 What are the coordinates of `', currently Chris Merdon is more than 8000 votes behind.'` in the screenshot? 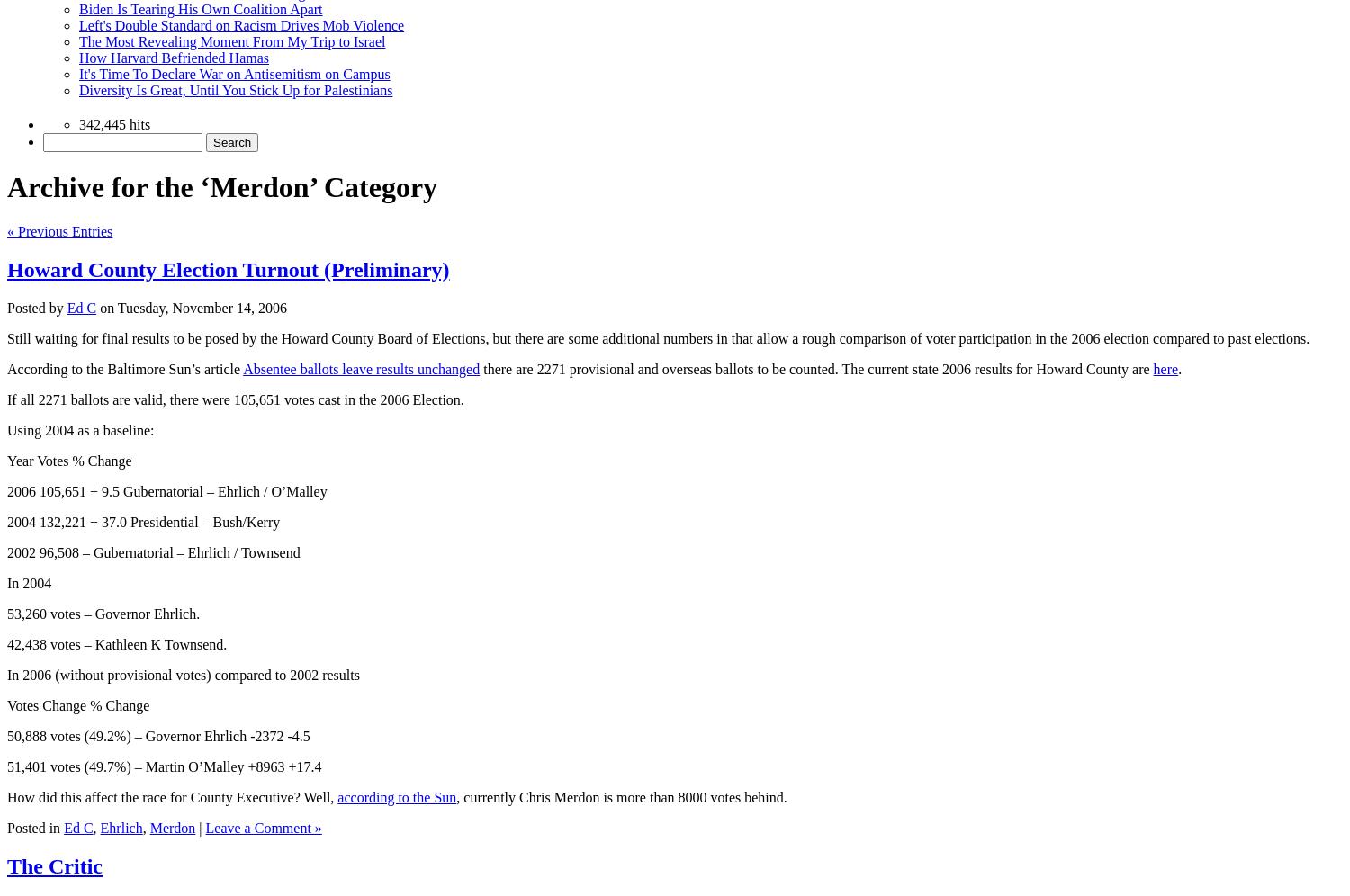 It's located at (456, 795).